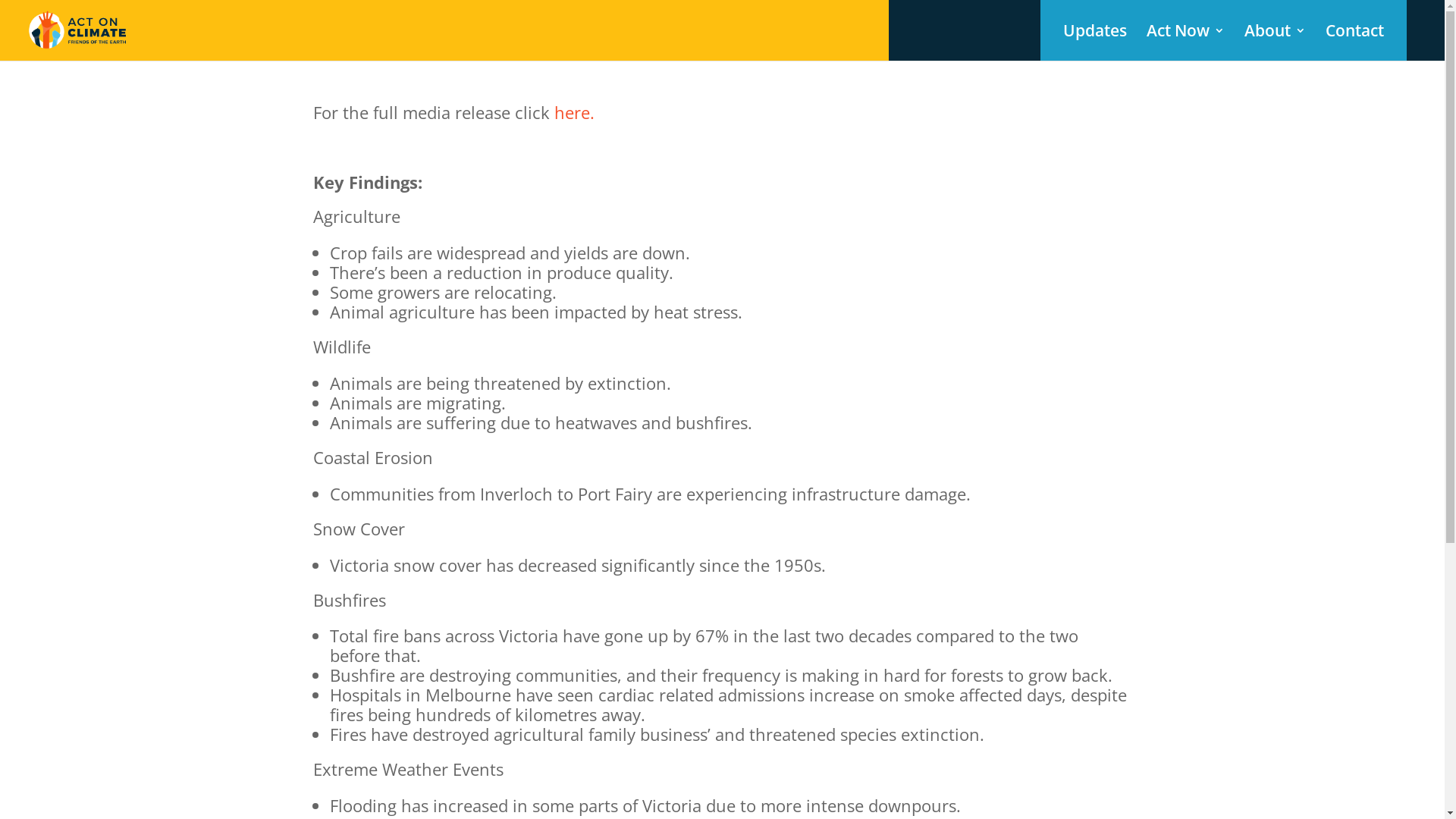 The width and height of the screenshot is (1456, 819). I want to click on 'Updates', so click(1062, 42).